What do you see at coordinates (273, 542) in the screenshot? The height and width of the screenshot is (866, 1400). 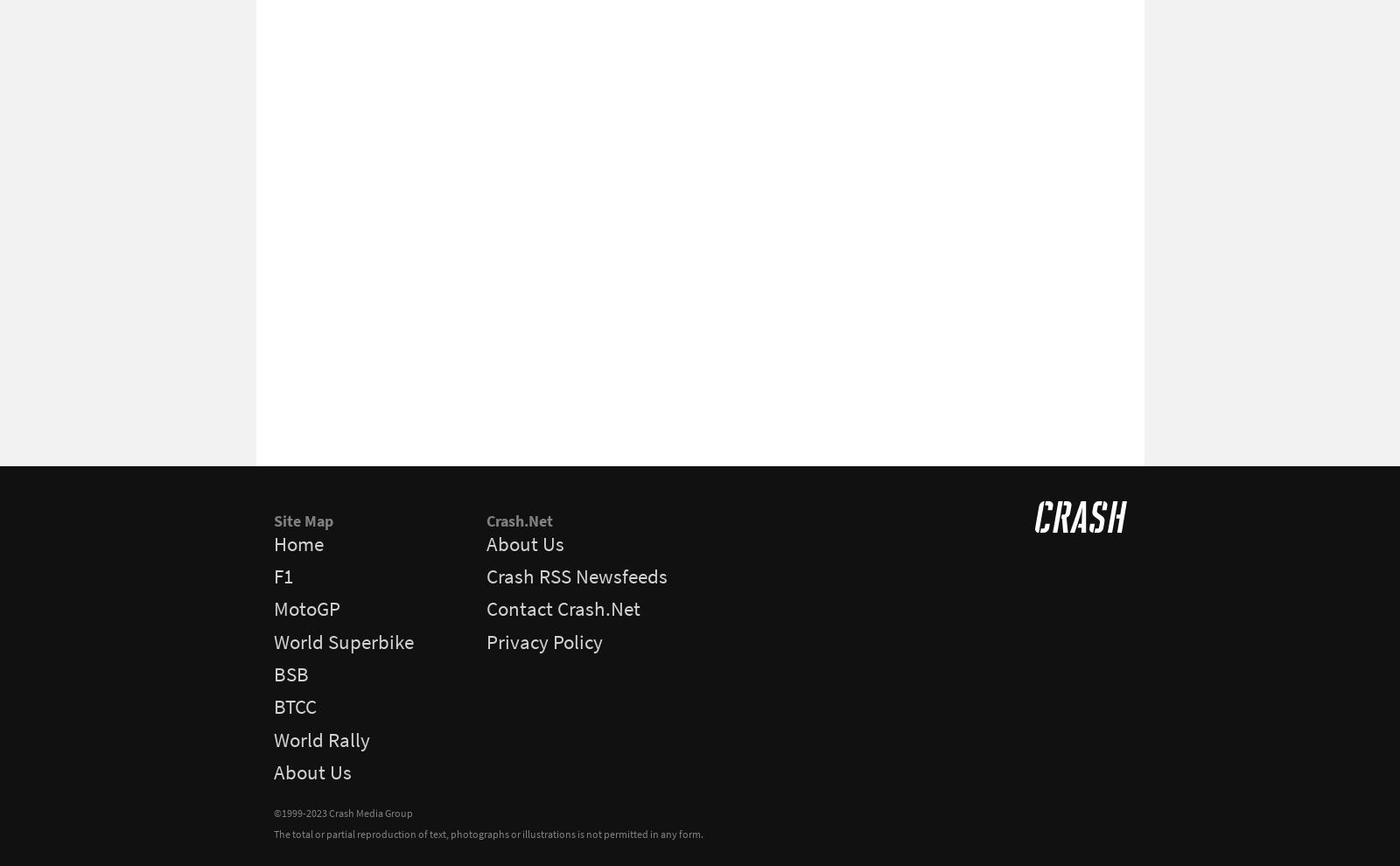 I see `'Home'` at bounding box center [273, 542].